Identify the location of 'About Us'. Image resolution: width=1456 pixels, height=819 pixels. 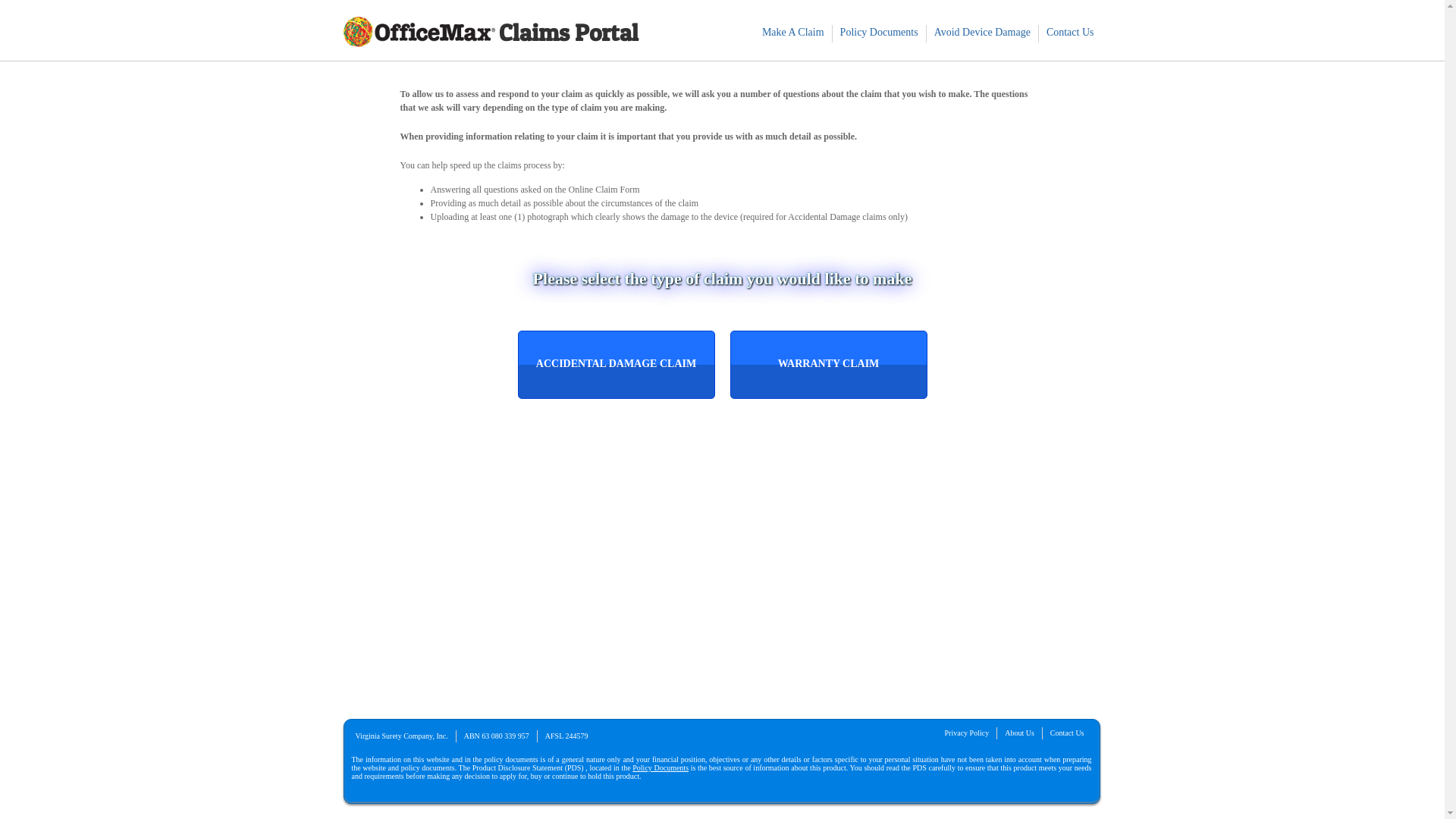
(1019, 732).